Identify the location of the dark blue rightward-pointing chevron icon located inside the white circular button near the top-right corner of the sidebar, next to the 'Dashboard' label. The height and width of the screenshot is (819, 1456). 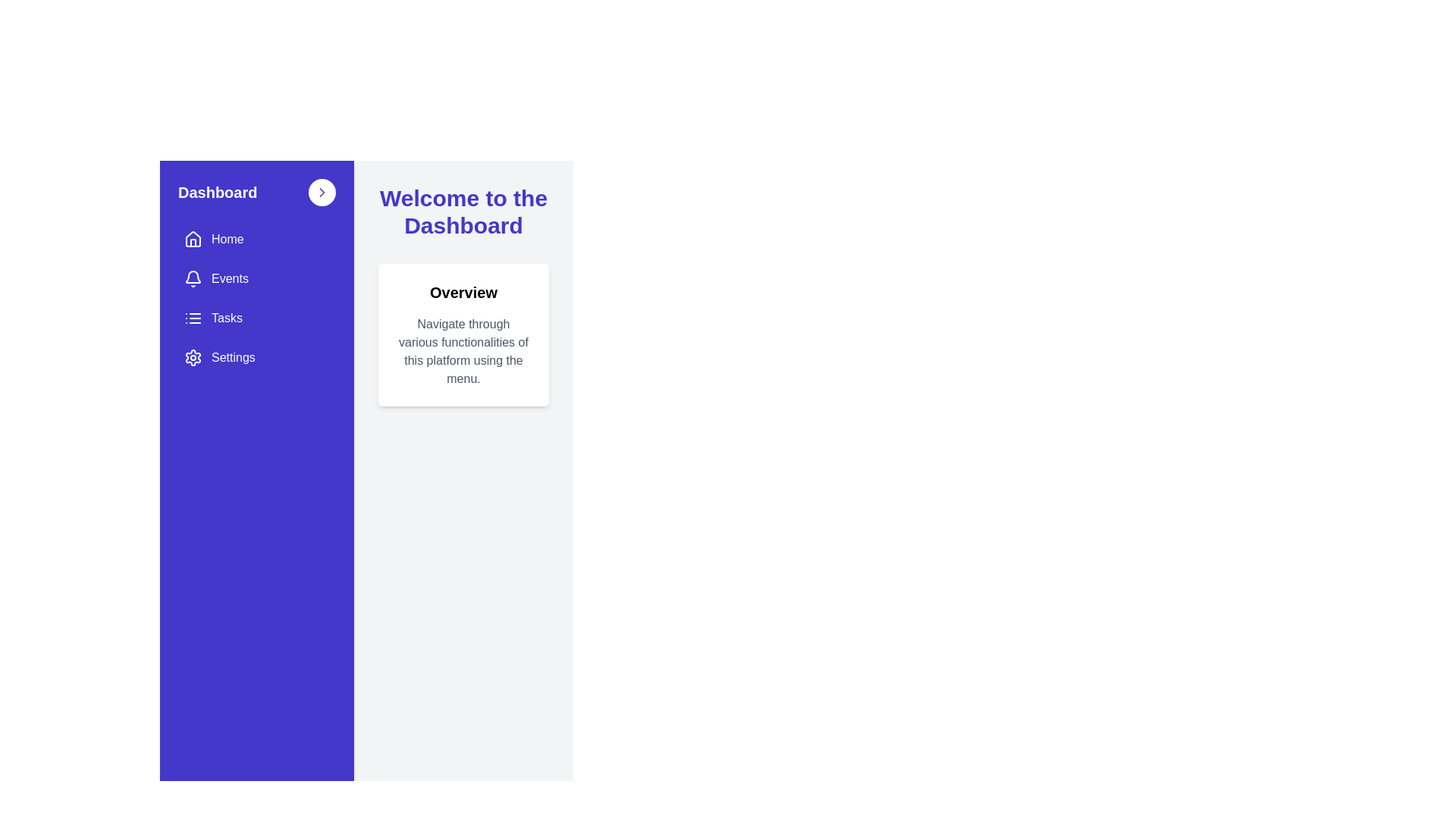
(322, 192).